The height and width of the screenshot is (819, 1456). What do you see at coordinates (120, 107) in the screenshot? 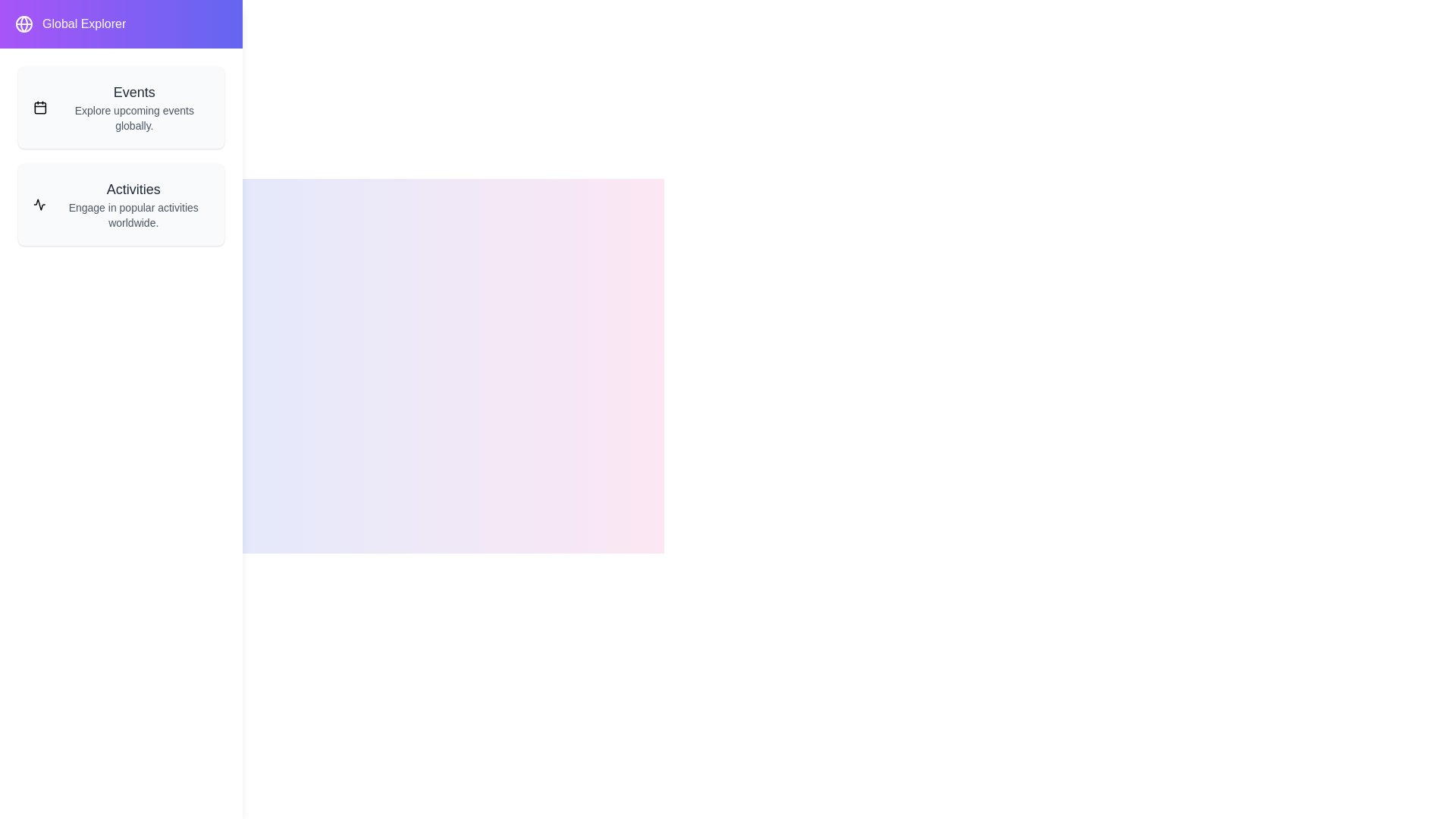
I see `the 'Events' item in the drawer` at bounding box center [120, 107].